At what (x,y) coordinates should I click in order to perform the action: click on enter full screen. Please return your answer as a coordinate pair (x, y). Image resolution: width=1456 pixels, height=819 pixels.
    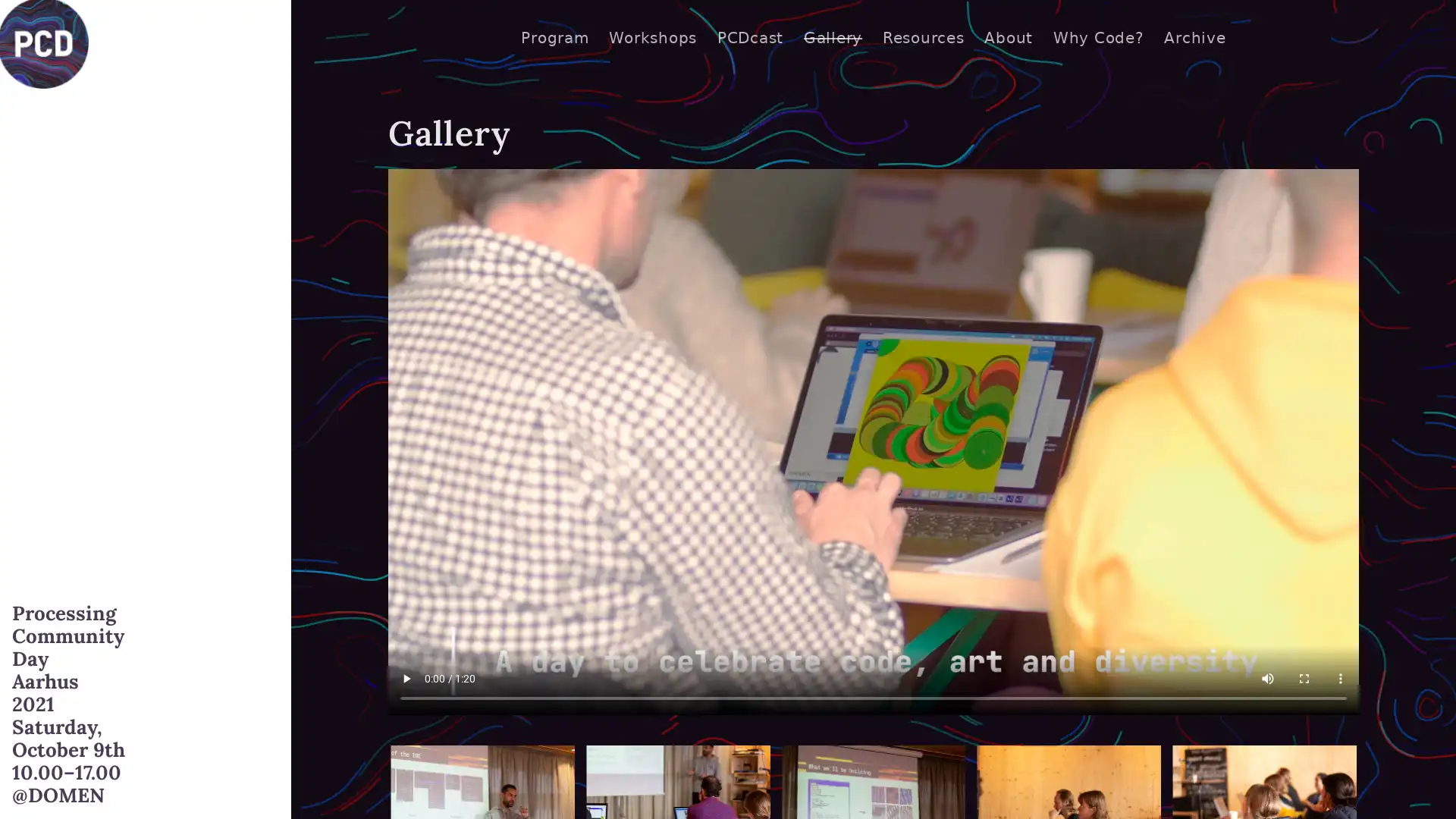
    Looking at the image, I should click on (1303, 677).